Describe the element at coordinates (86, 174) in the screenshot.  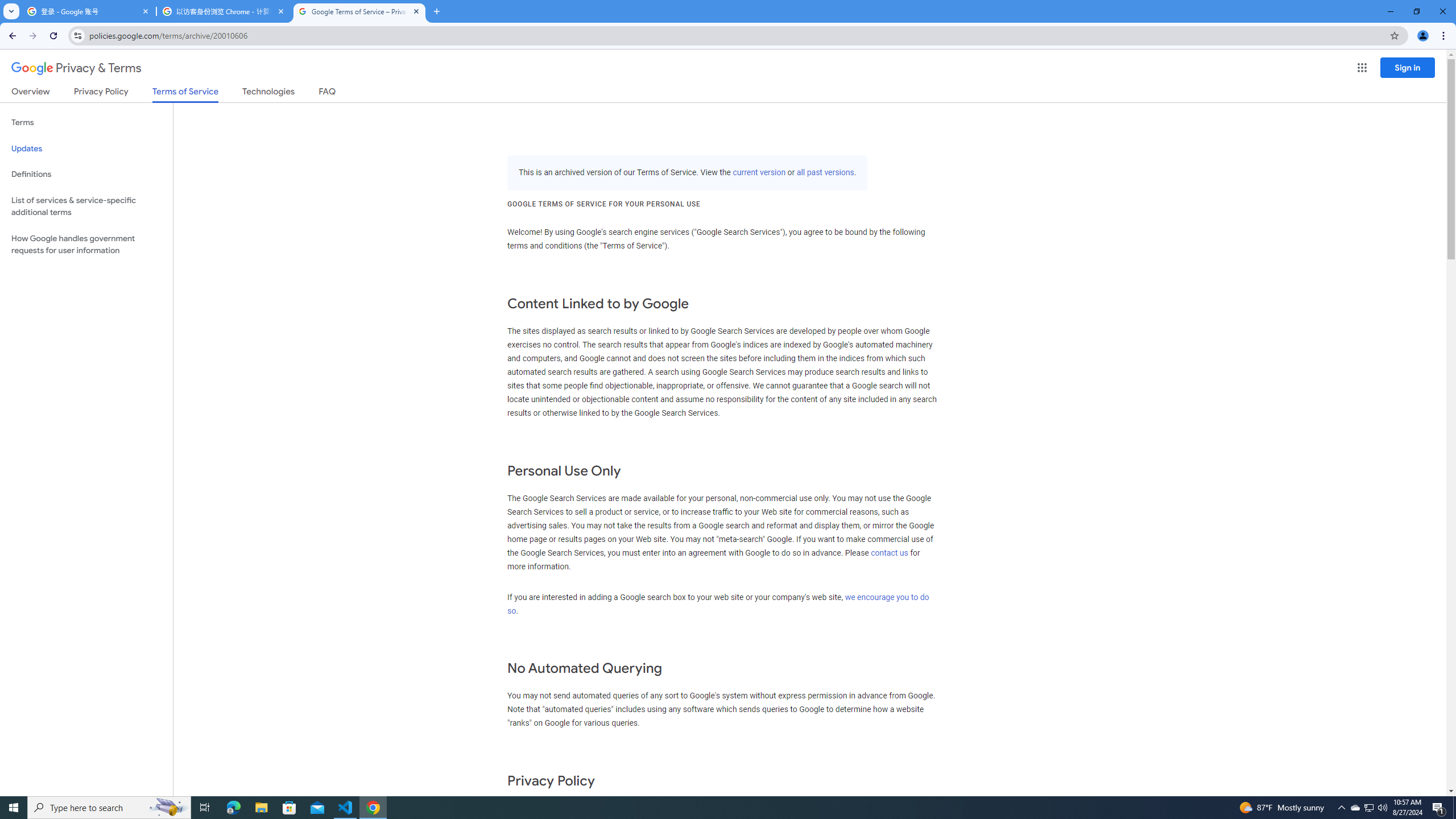
I see `'Definitions'` at that location.